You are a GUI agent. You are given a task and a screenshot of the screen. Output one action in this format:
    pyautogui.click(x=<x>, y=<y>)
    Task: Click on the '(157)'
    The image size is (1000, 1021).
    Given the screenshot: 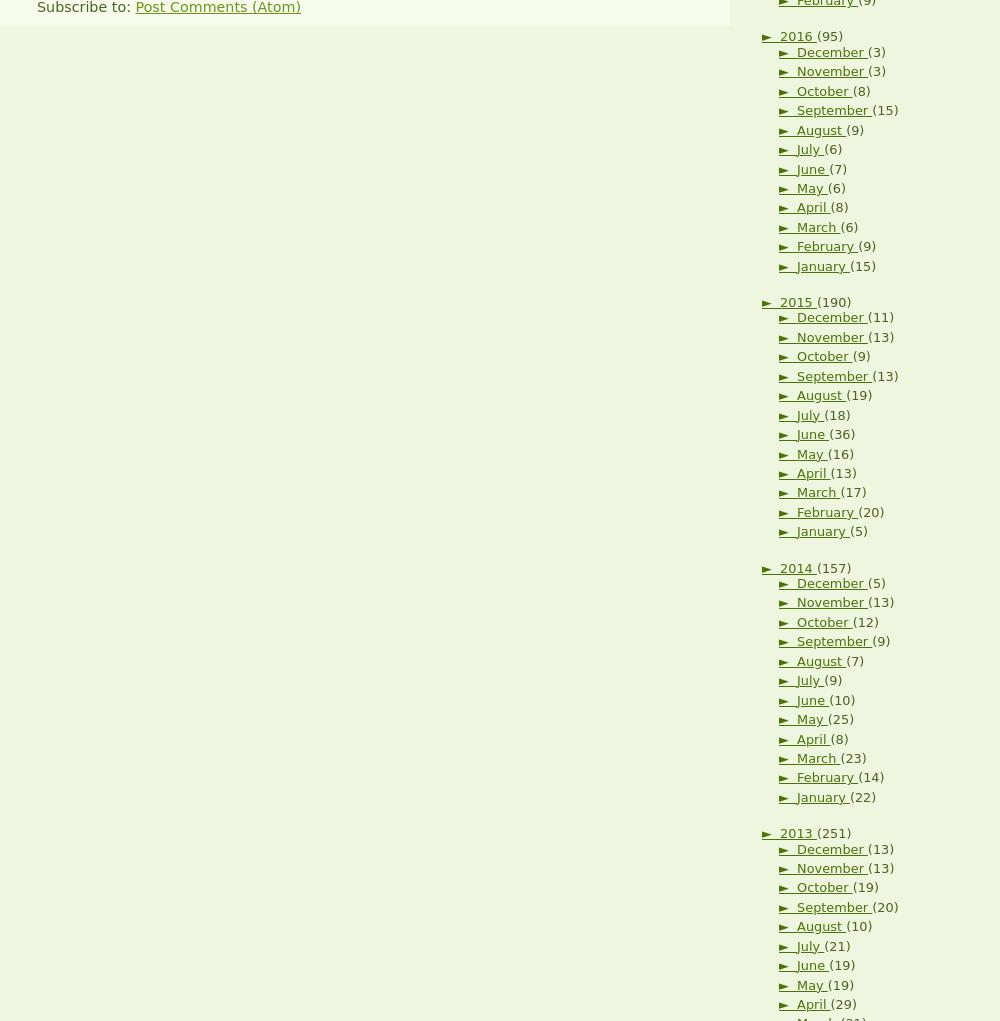 What is the action you would take?
    pyautogui.click(x=832, y=566)
    